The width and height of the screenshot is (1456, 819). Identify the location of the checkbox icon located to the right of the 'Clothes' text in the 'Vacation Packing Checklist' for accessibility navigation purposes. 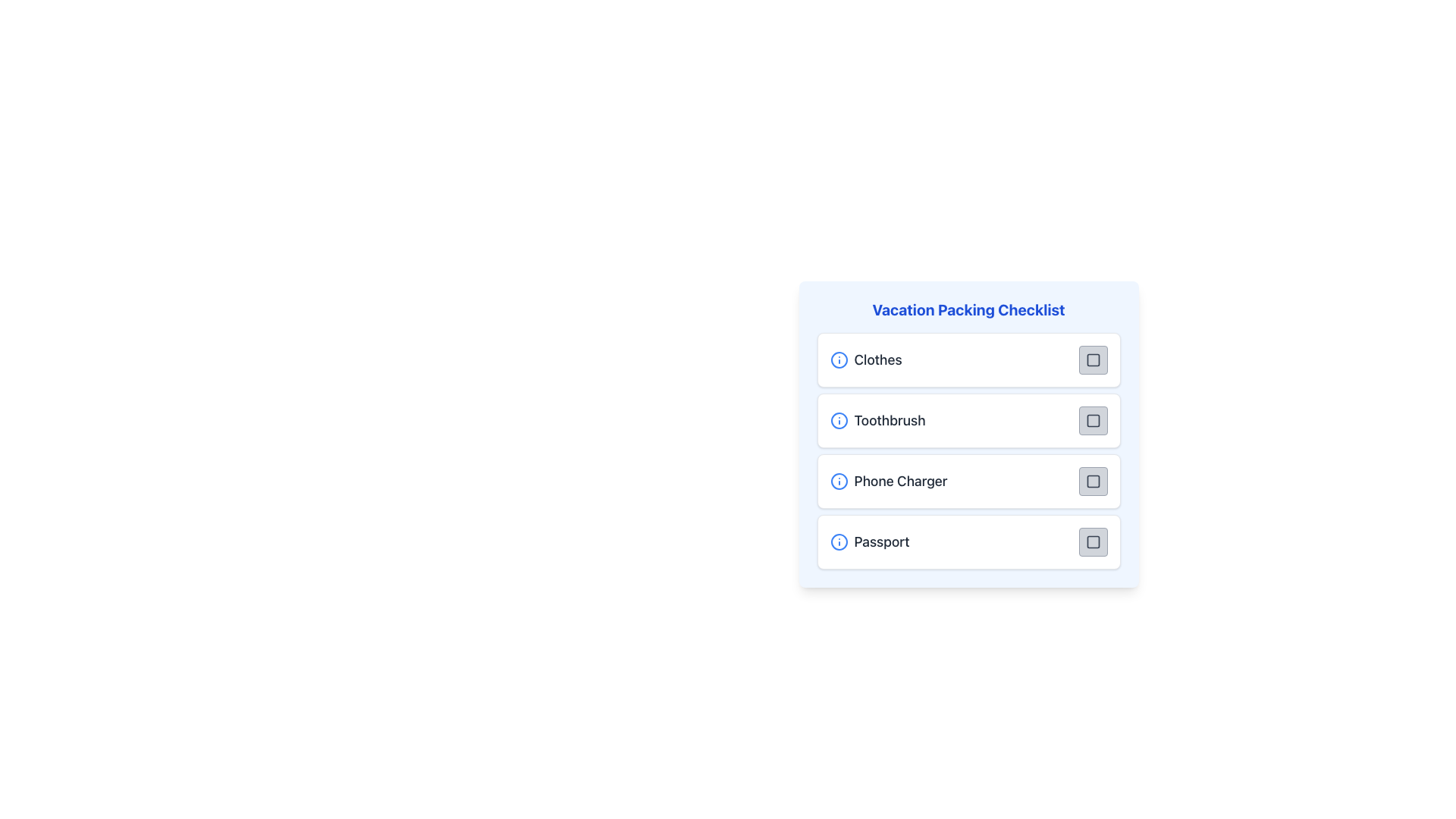
(1093, 359).